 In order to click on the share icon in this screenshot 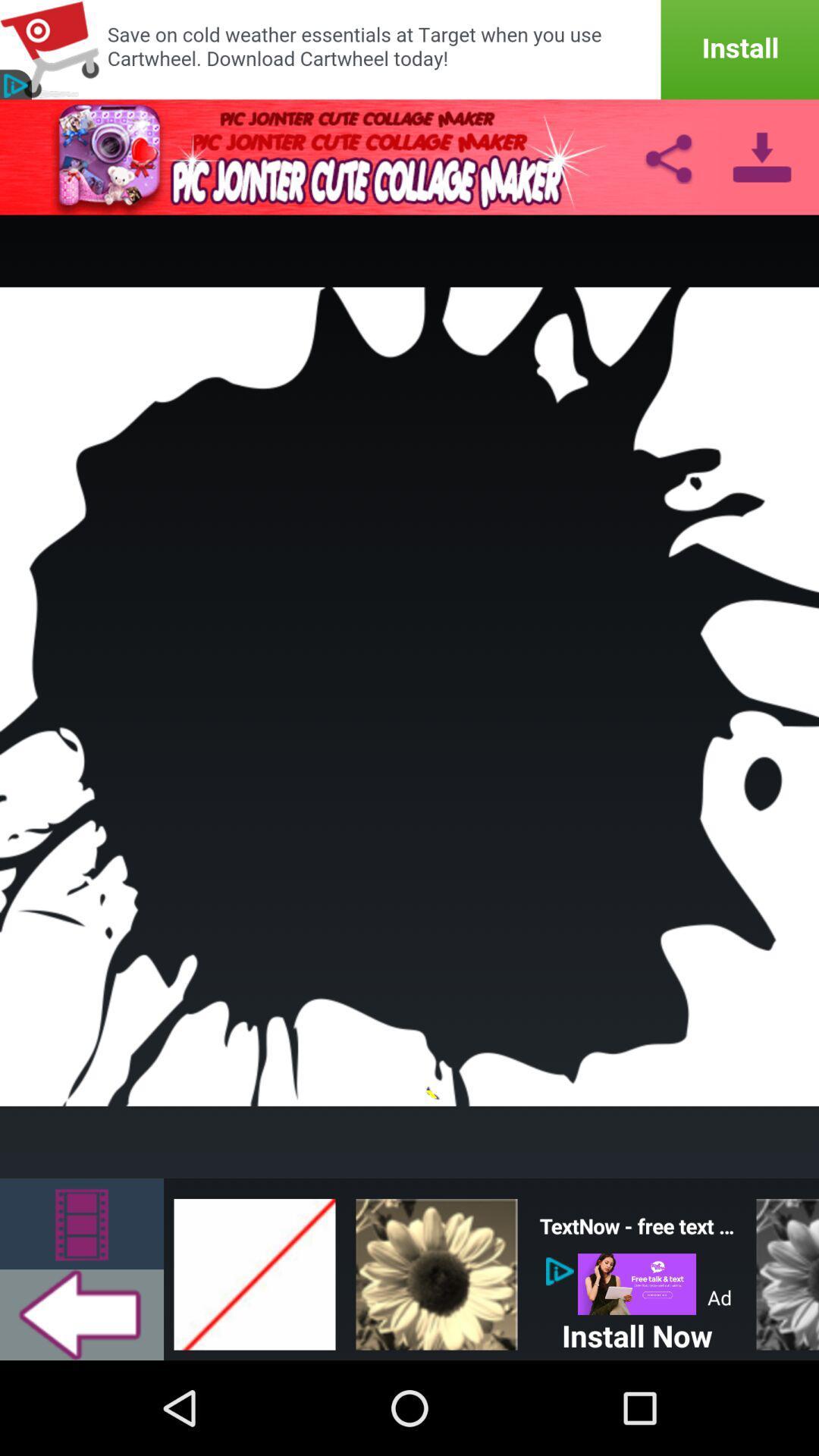, I will do `click(667, 168)`.